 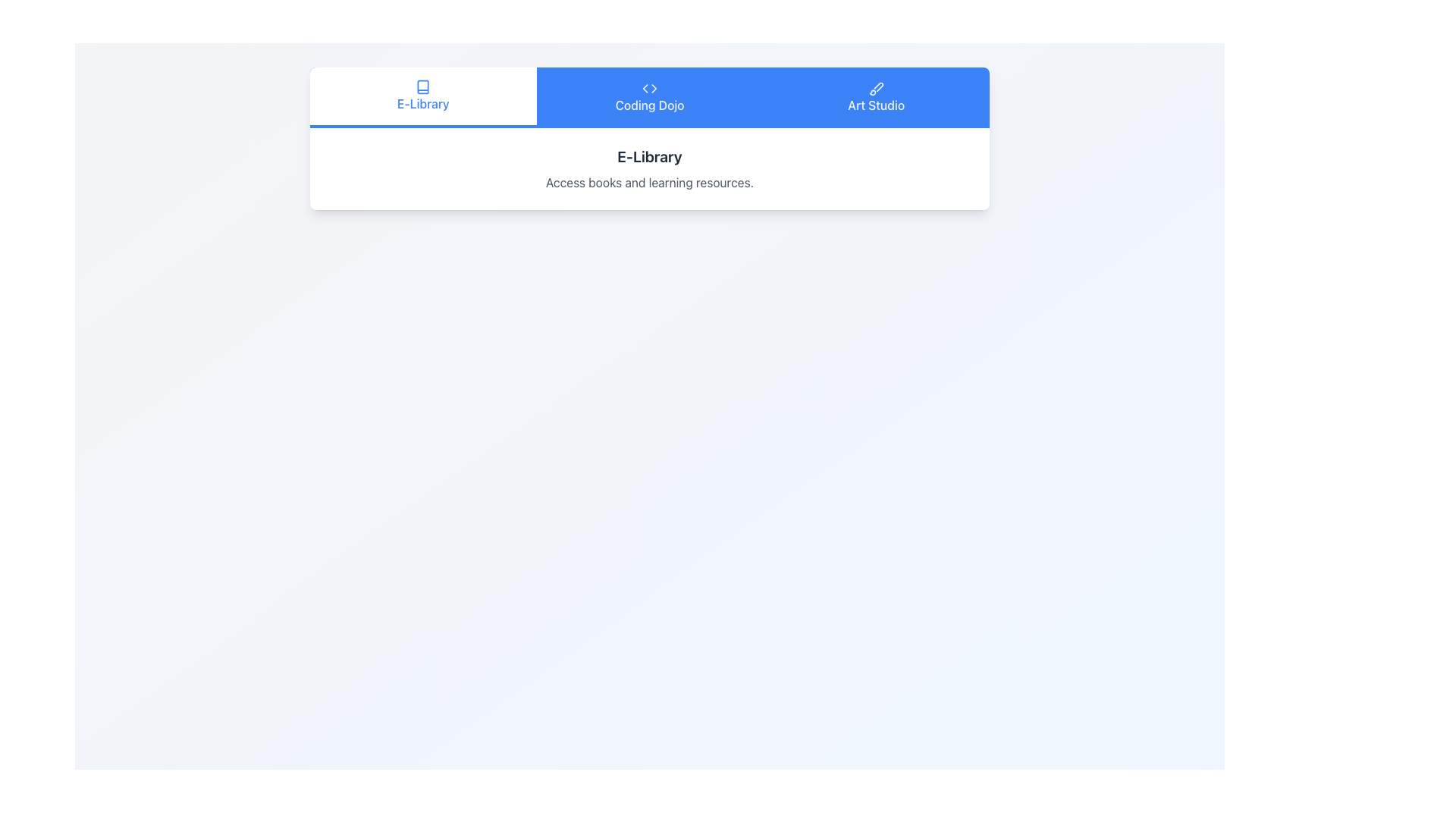 I want to click on to select the 'Coding Dojo' tab in the navigation menu, which features a coding symbol and is positioned at the center of the navigation bar, so click(x=650, y=97).